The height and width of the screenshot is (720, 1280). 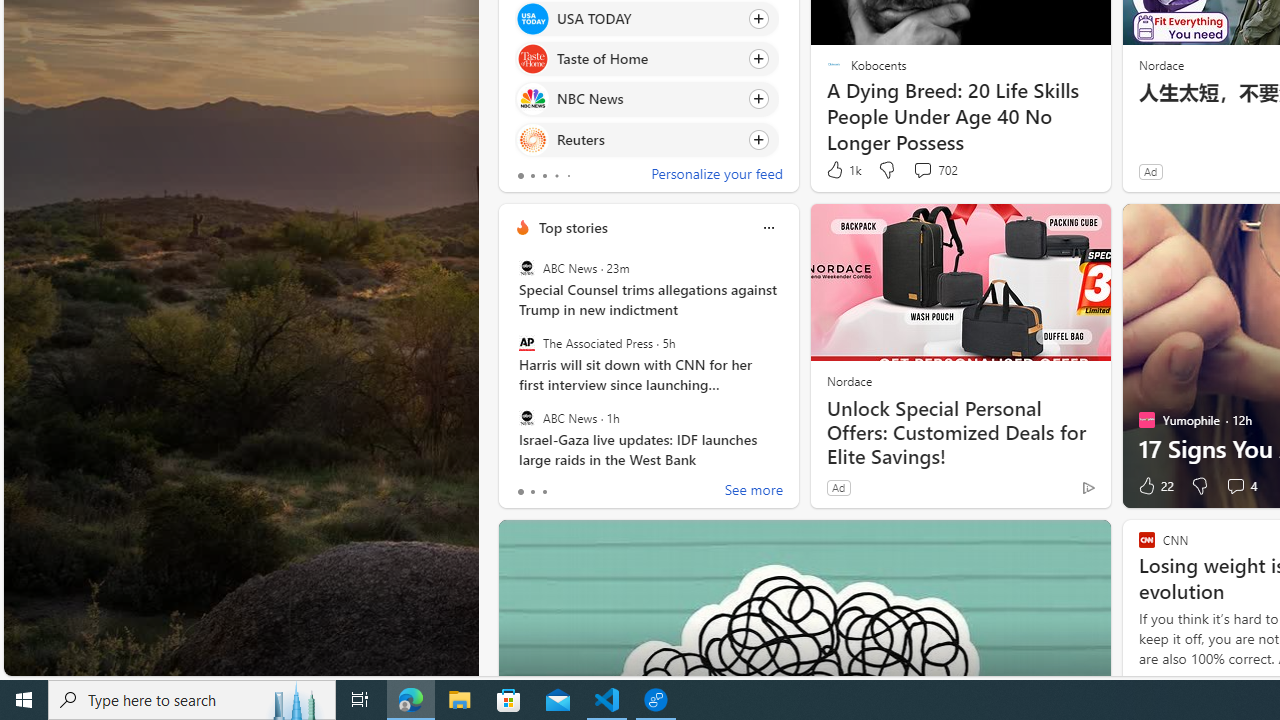 I want to click on 'View comments 702 Comment', so click(x=934, y=169).